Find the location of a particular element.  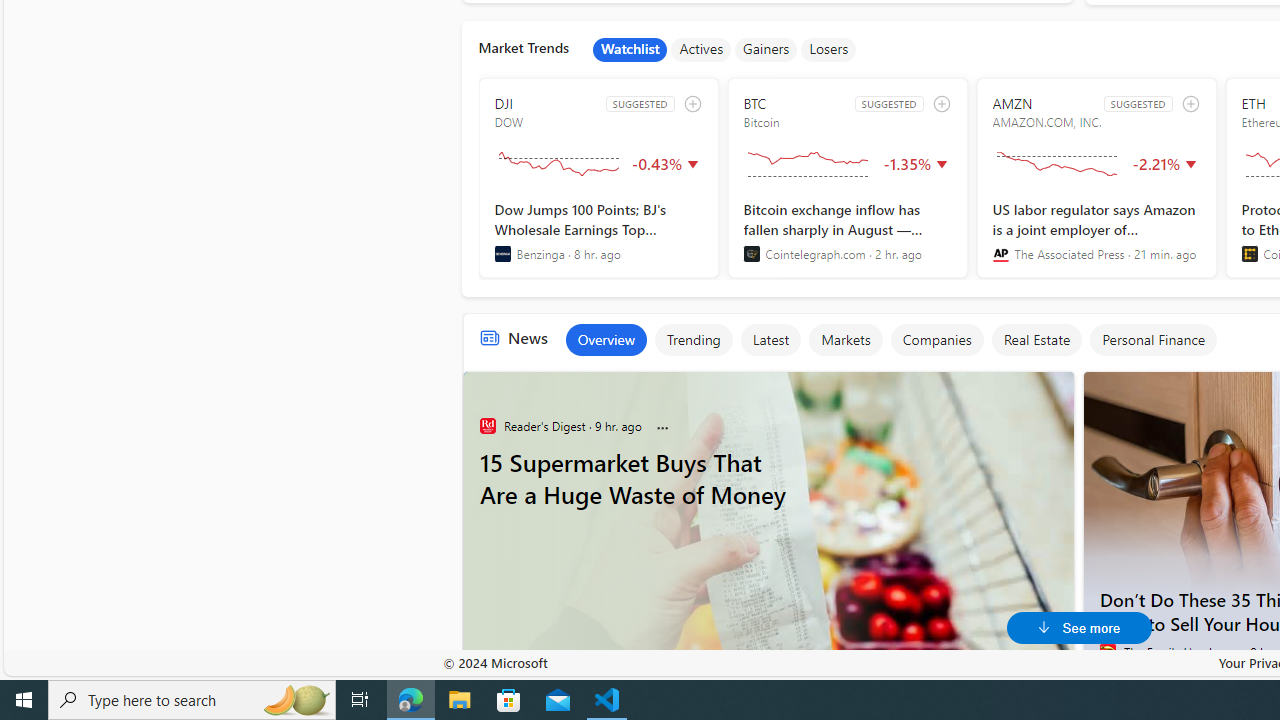

'The Family Handyman' is located at coordinates (1106, 651).